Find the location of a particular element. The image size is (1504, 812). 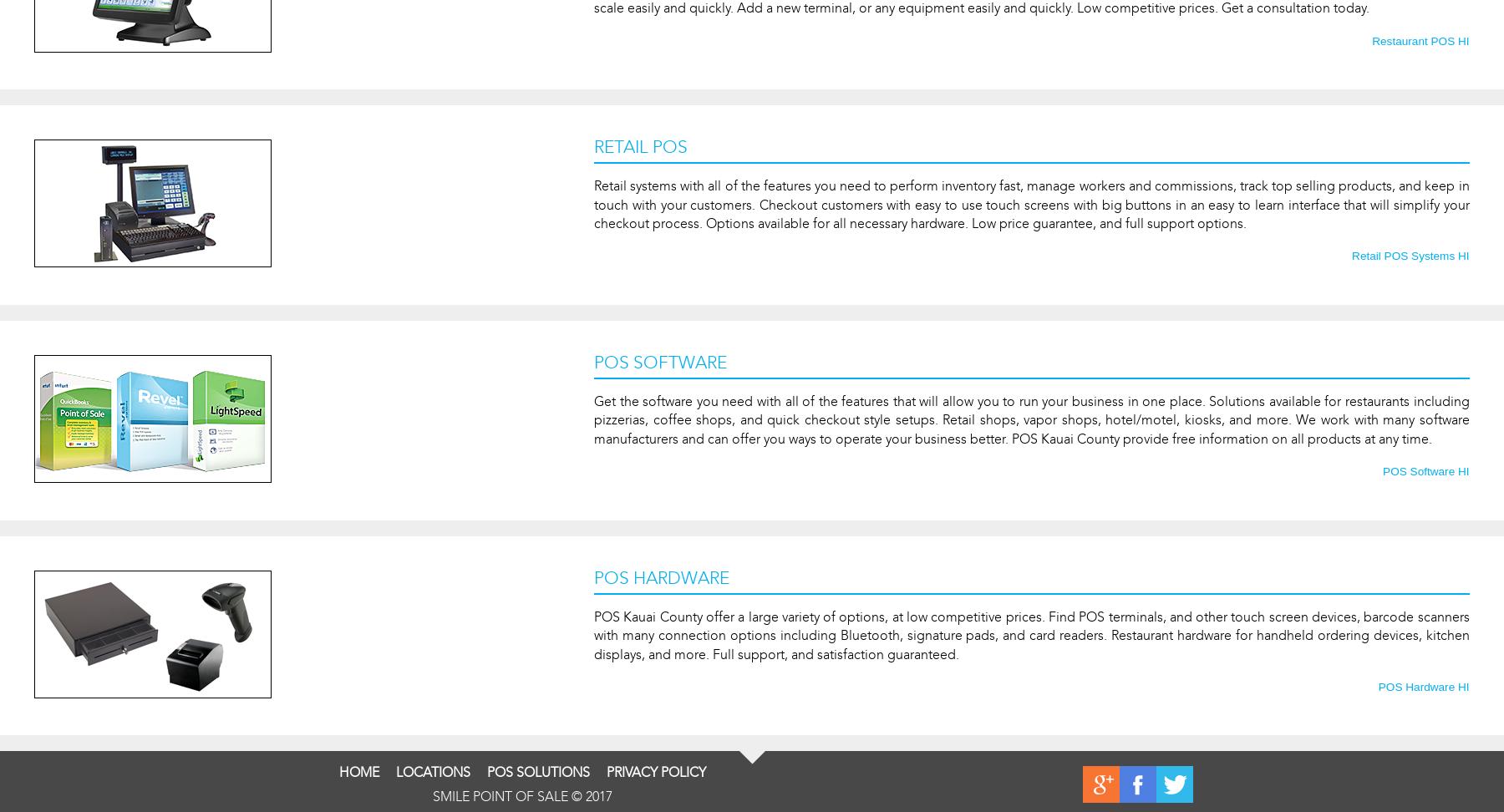

'Retail systems with all of the features you need to perform inventory fast, manage workers and commissions, track top selling products, and keep in touch with your customers. Checkout customers with easy to use touch screens with big buttons in an easy to learn interface that will simplify your checkout process. Options available for all necessary hardware. Low price guarantee, and full support options.' is located at coordinates (1030, 205).